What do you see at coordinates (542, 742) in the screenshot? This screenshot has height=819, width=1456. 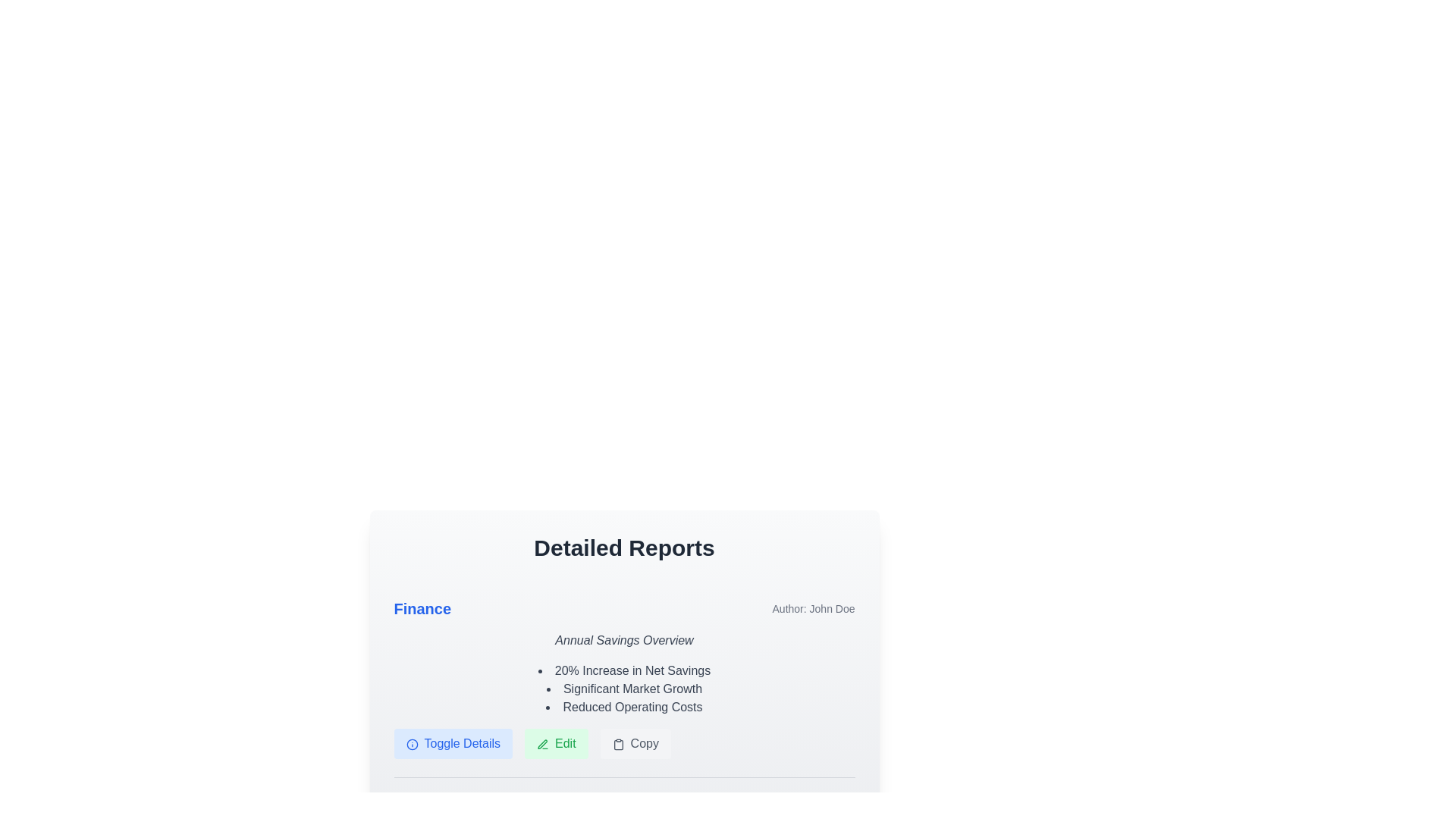 I see `the edit icon located within the green button next to the 'Edit' text` at bounding box center [542, 742].